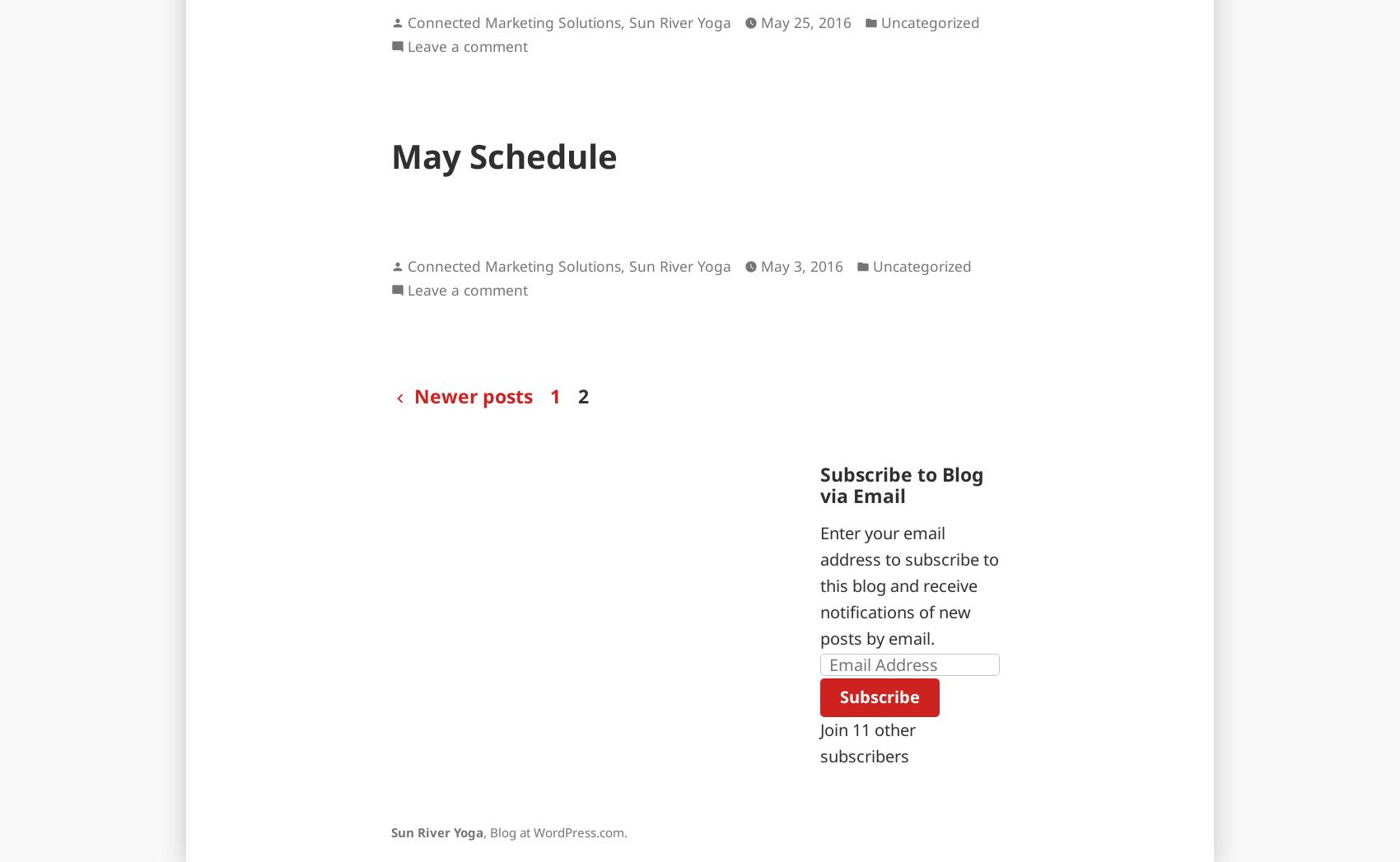  I want to click on 'Subscribe', so click(839, 697).